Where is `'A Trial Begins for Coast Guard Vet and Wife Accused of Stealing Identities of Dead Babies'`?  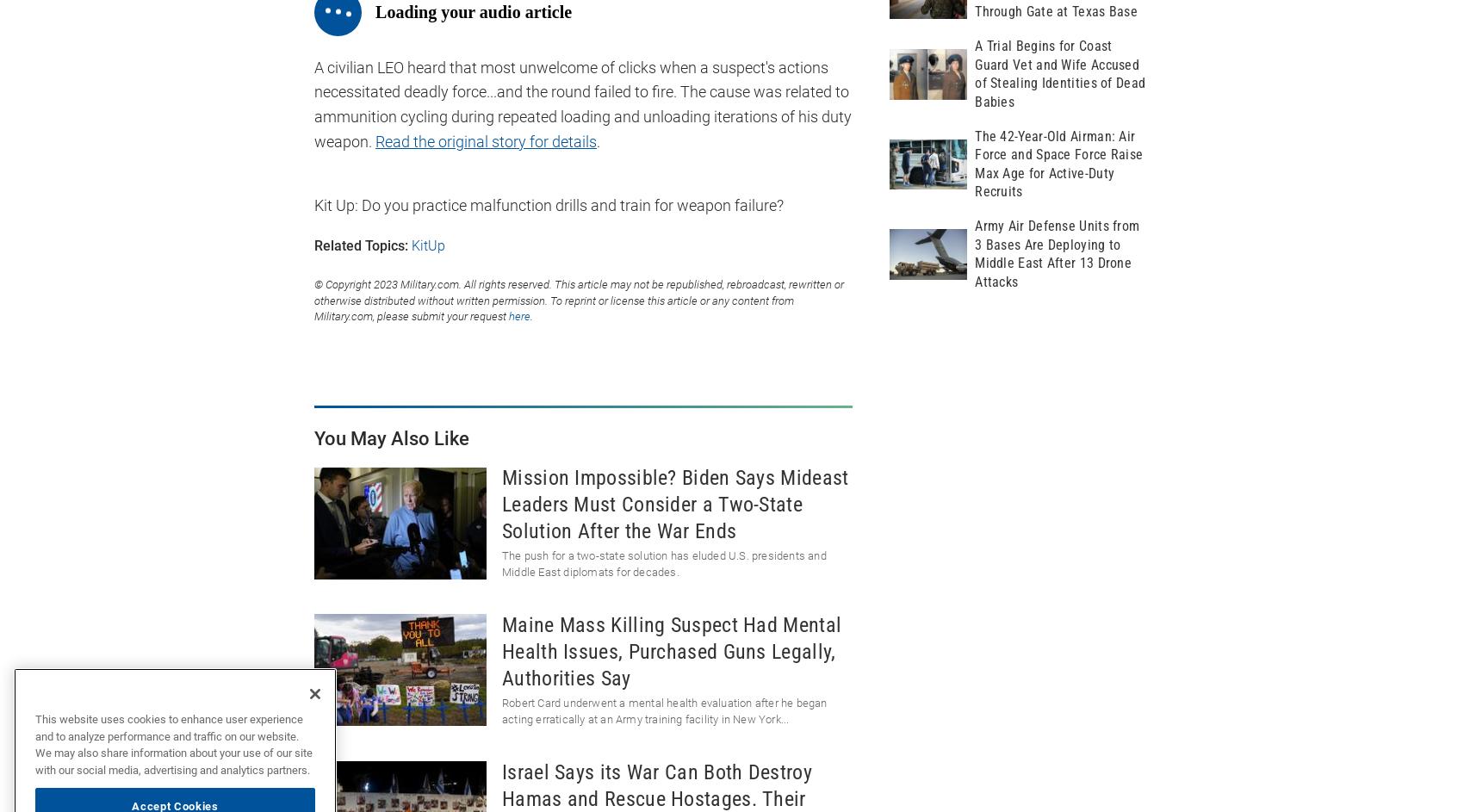 'A Trial Begins for Coast Guard Vet and Wife Accused of Stealing Identities of Dead Babies' is located at coordinates (1058, 72).